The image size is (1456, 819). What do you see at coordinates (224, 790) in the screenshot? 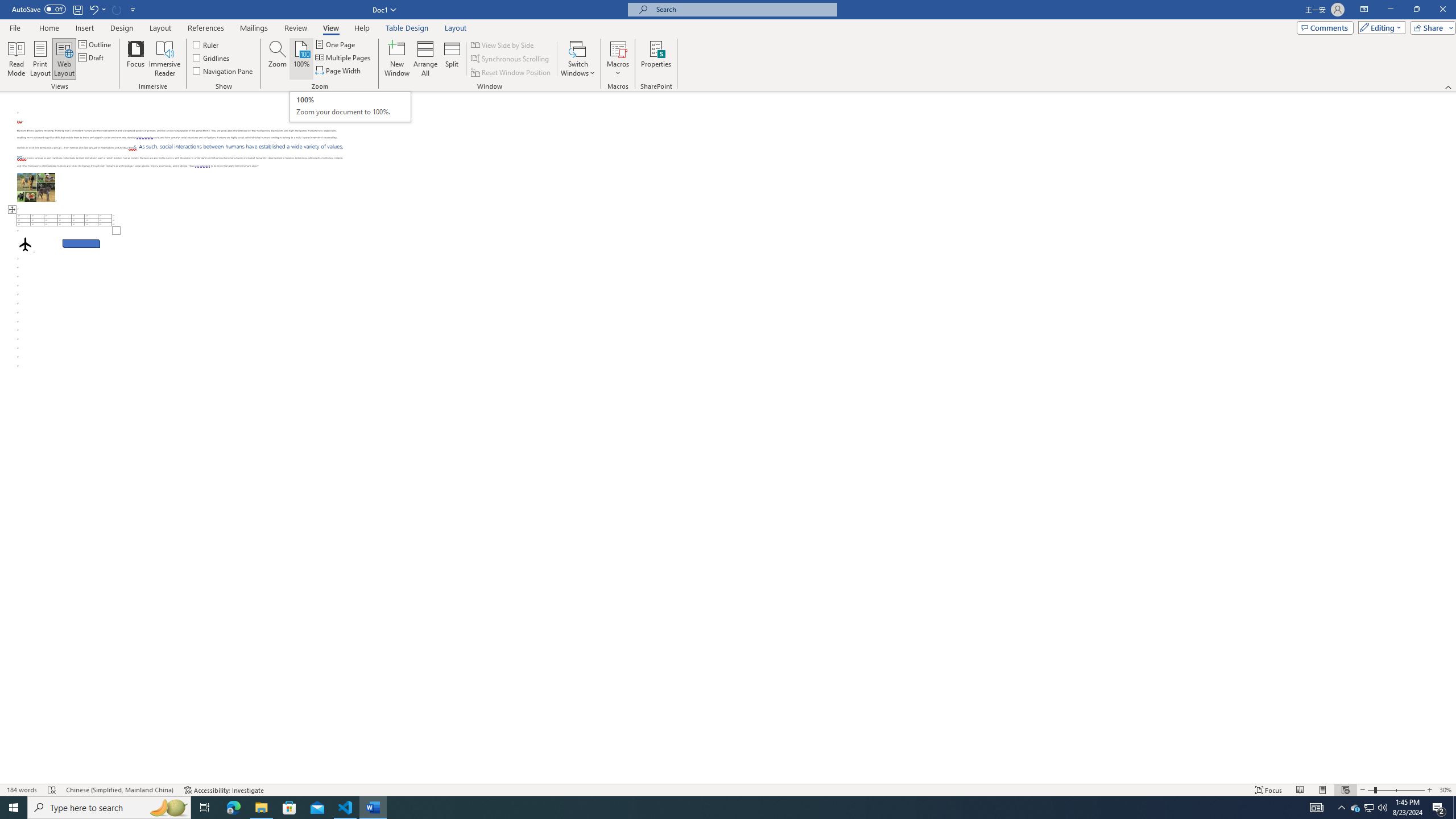
I see `'Accessibility Checker Accessibility: Investigate'` at bounding box center [224, 790].